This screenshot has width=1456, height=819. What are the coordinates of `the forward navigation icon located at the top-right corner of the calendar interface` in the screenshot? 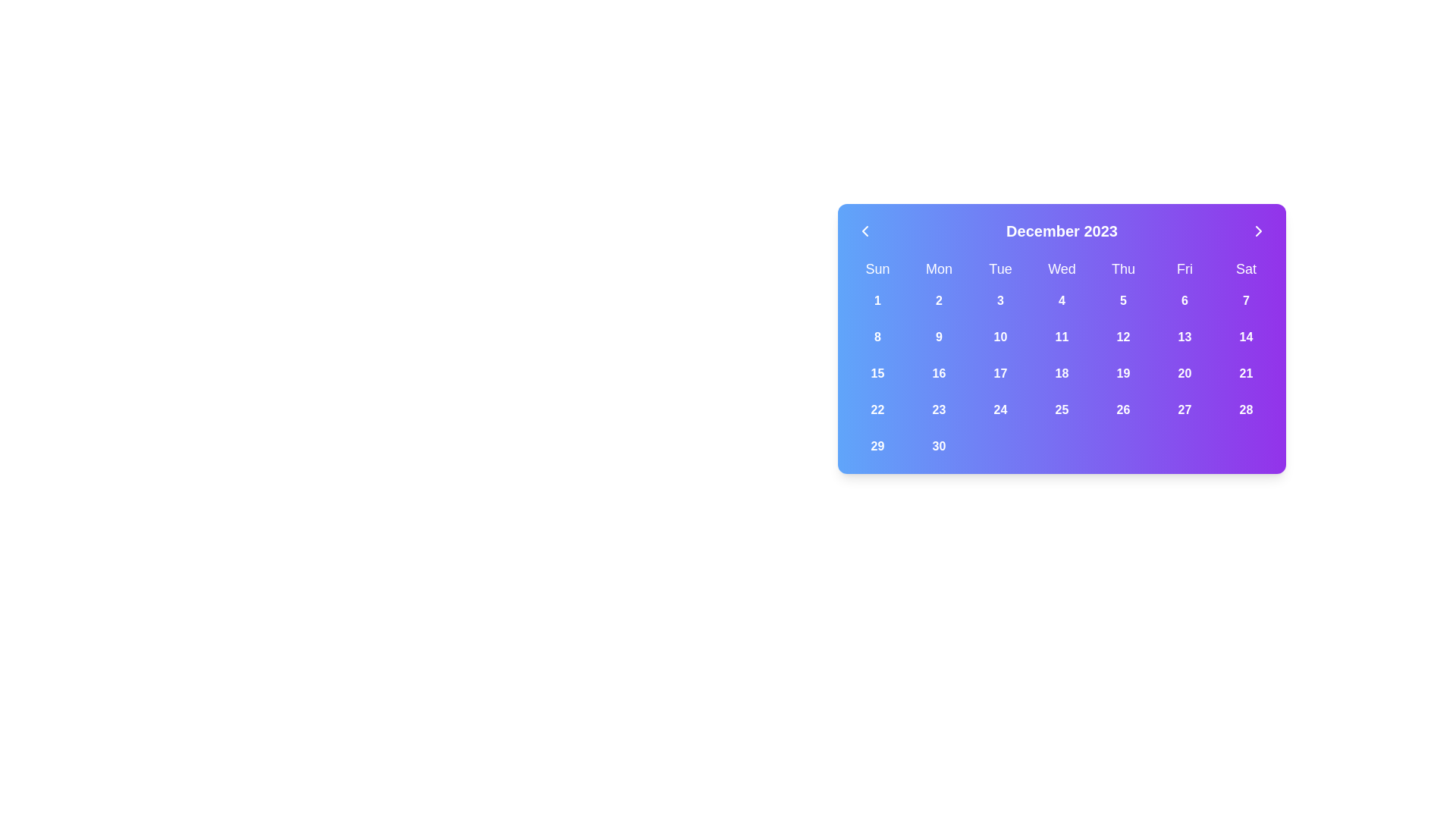 It's located at (1259, 231).